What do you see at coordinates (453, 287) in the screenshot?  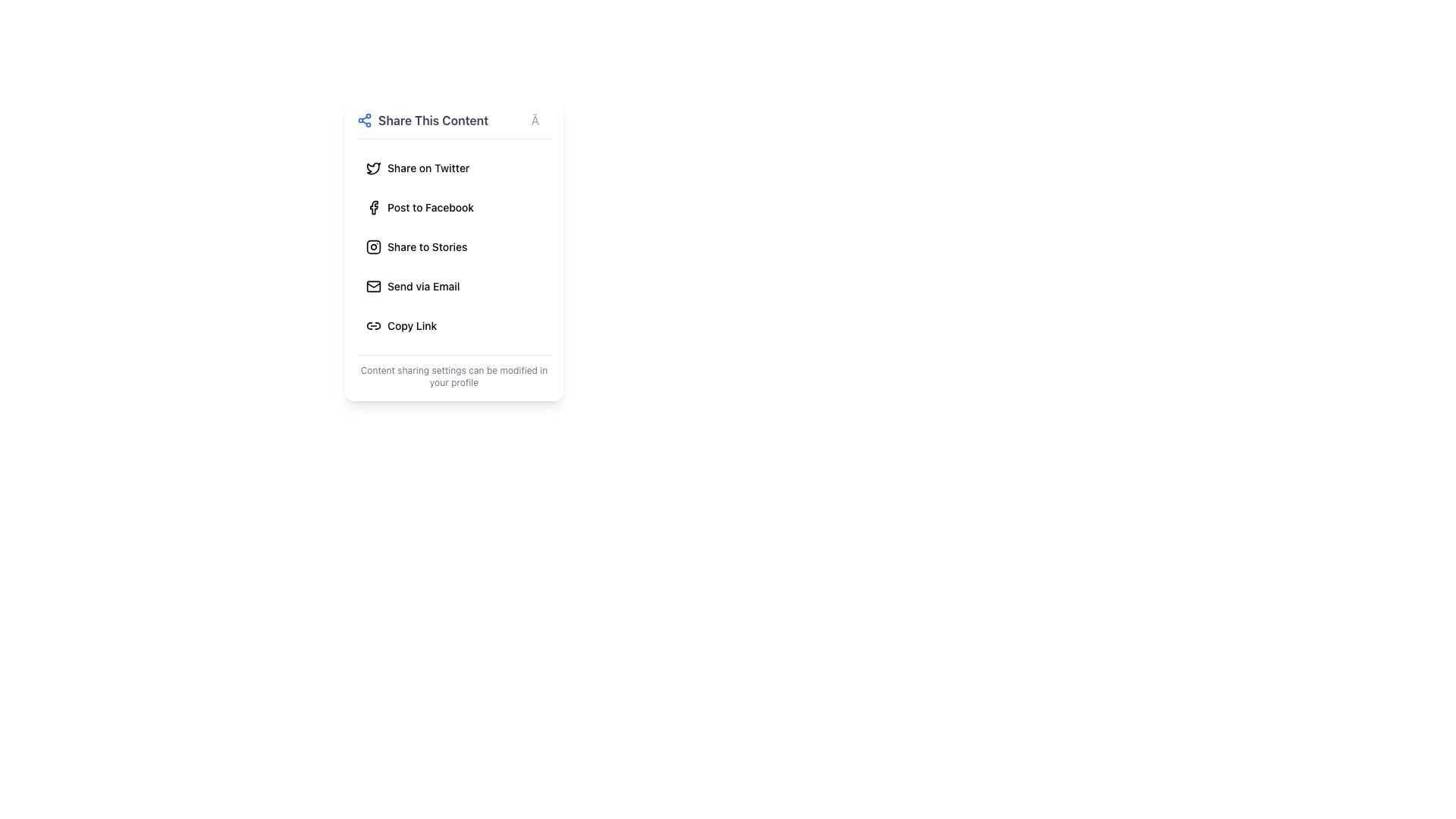 I see `the 'Send via Email' button` at bounding box center [453, 287].